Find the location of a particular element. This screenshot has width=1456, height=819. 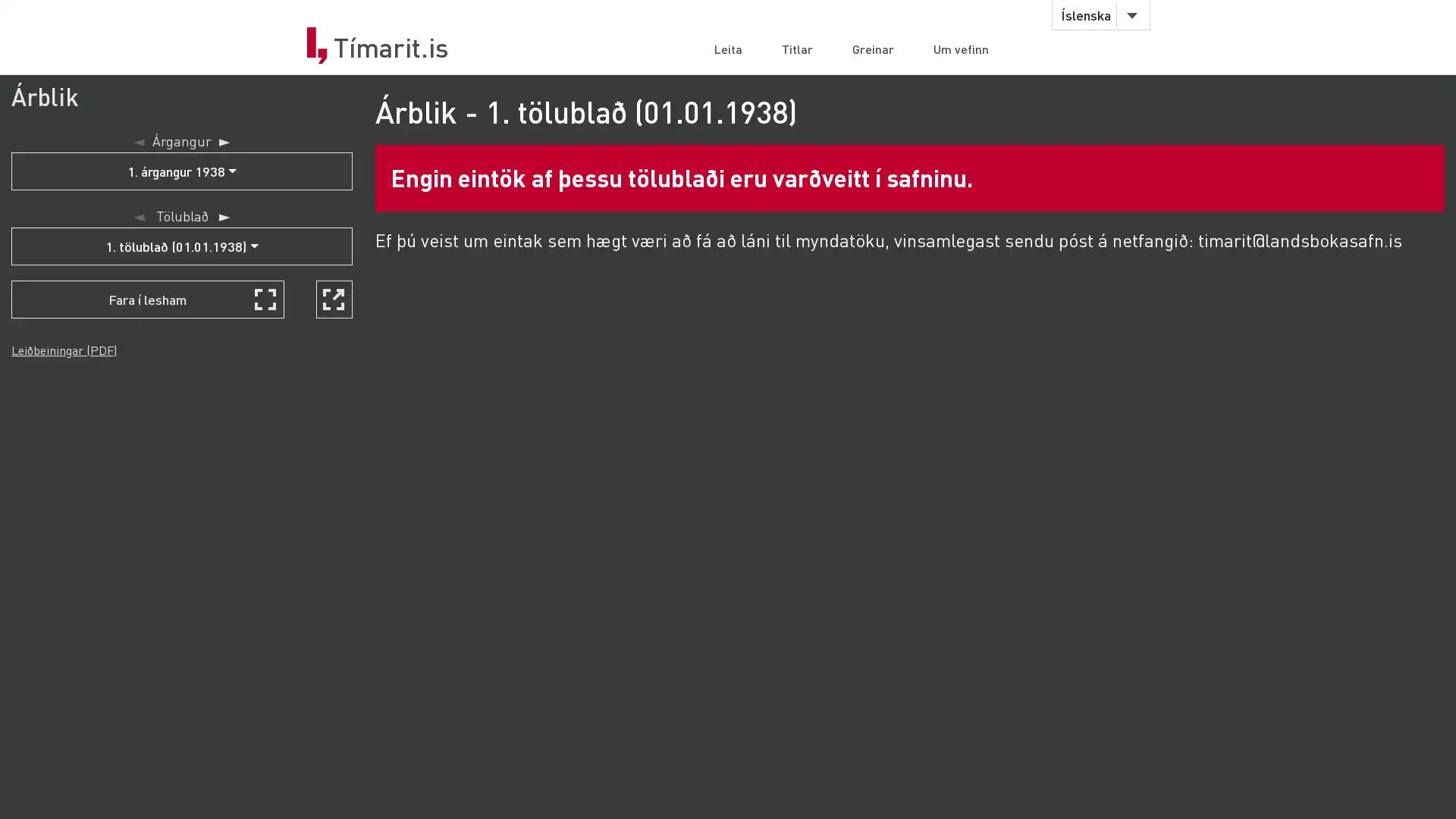

1. tolubla (01.01.1938) is located at coordinates (182, 245).